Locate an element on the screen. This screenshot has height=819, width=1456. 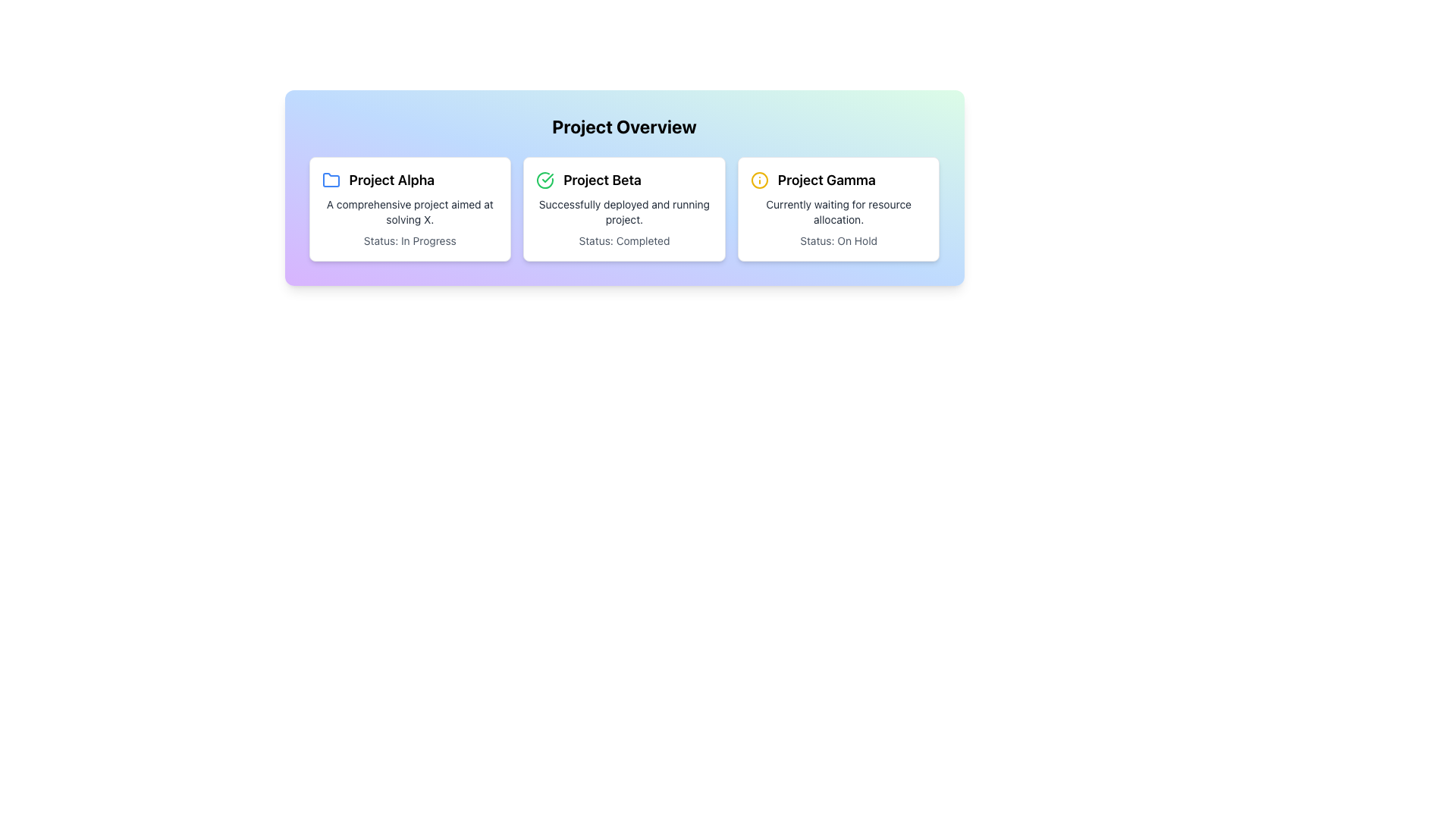
the text header element labeled 'Project Alpha' which features a blue folder icon followed by bold text, located at the top-left portion of the card is located at coordinates (409, 180).